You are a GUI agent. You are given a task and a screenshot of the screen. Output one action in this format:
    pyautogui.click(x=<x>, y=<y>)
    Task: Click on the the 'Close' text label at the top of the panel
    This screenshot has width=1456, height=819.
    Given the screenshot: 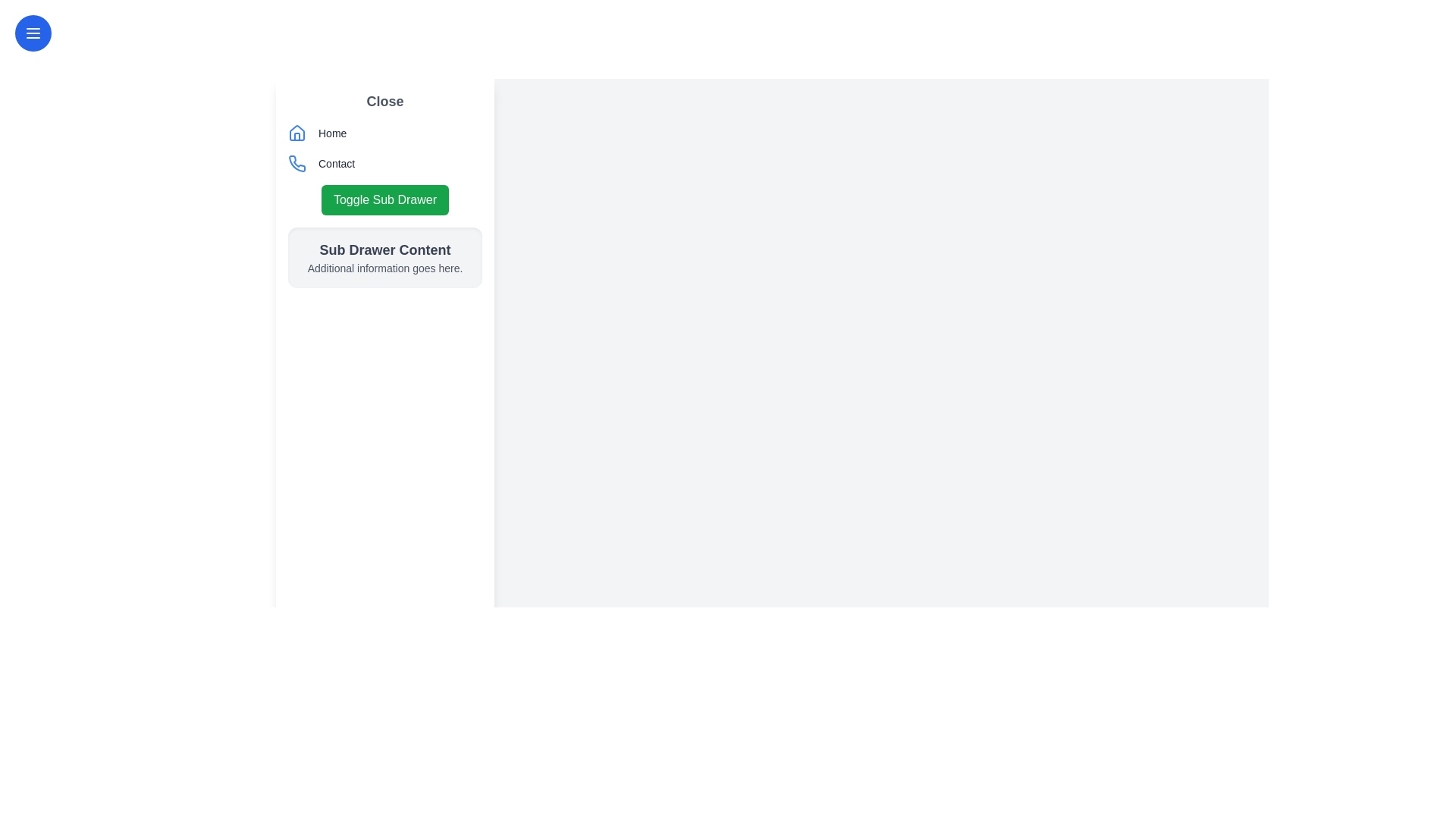 What is the action you would take?
    pyautogui.click(x=385, y=102)
    